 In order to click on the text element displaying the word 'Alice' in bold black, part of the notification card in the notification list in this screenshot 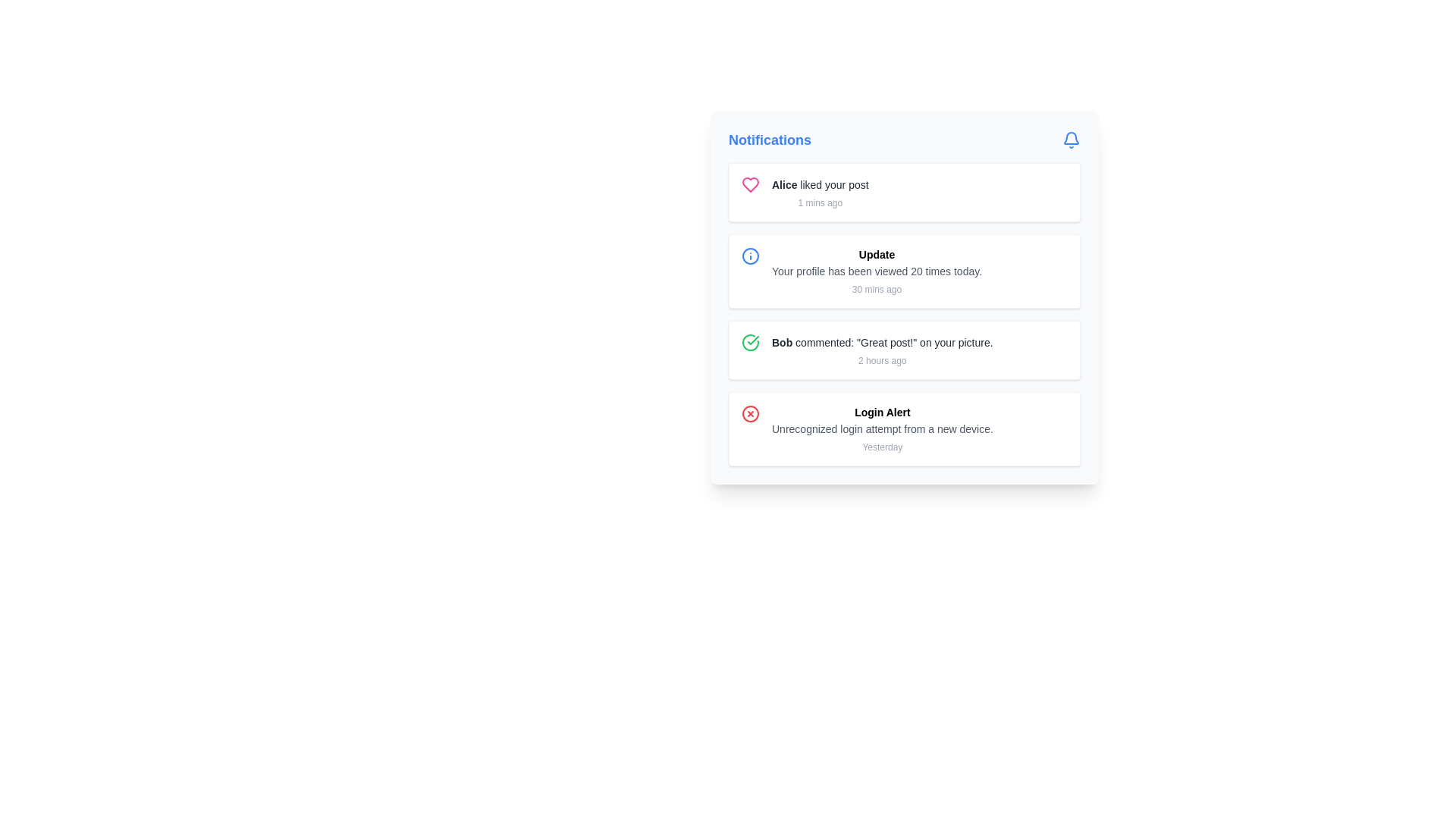, I will do `click(784, 184)`.